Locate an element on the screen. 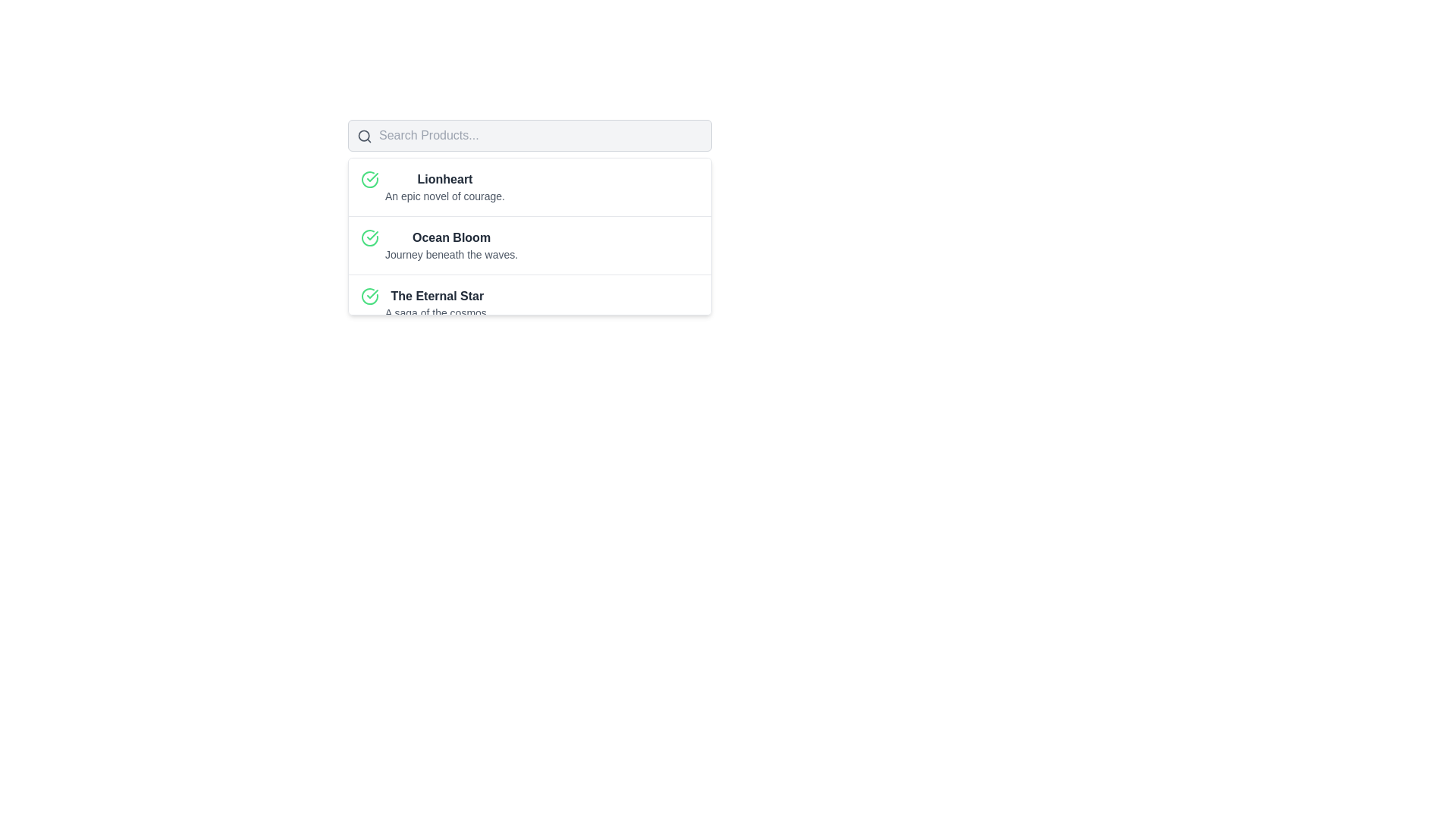 The width and height of the screenshot is (1456, 819). the list item 'The Eternal Star' is located at coordinates (530, 303).